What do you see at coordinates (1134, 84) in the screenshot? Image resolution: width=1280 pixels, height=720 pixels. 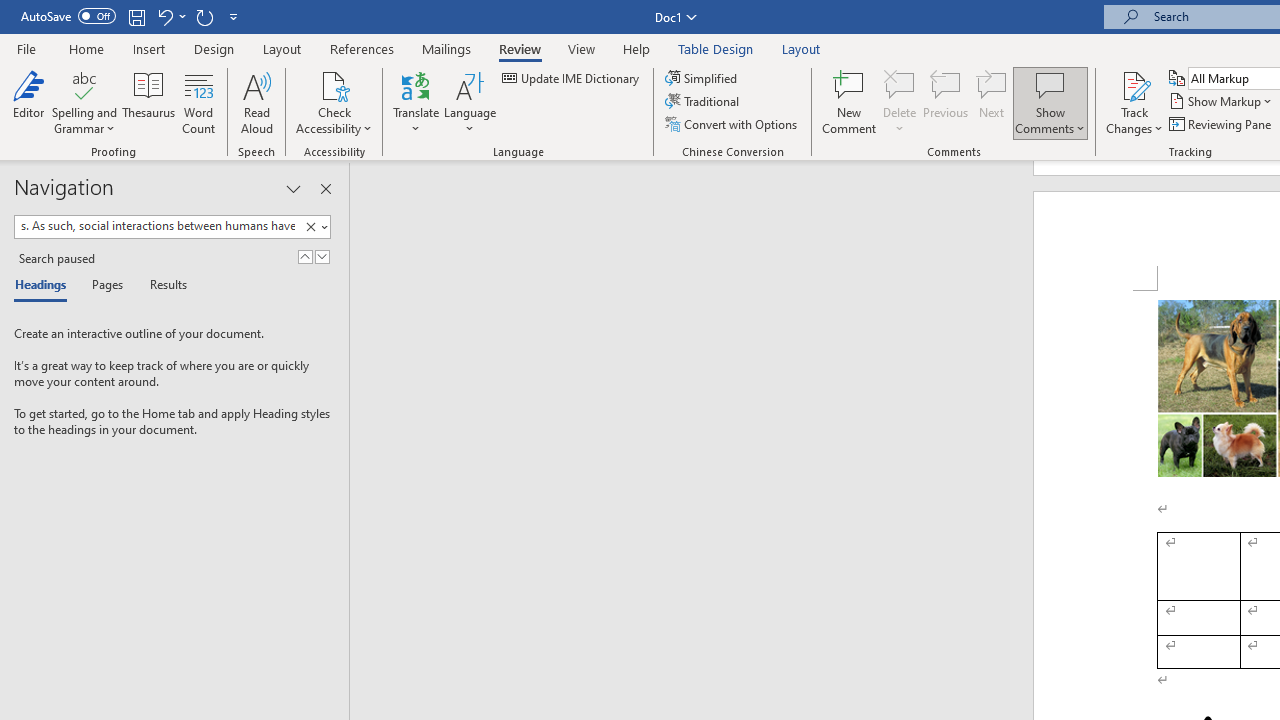 I see `'Track Changes'` at bounding box center [1134, 84].